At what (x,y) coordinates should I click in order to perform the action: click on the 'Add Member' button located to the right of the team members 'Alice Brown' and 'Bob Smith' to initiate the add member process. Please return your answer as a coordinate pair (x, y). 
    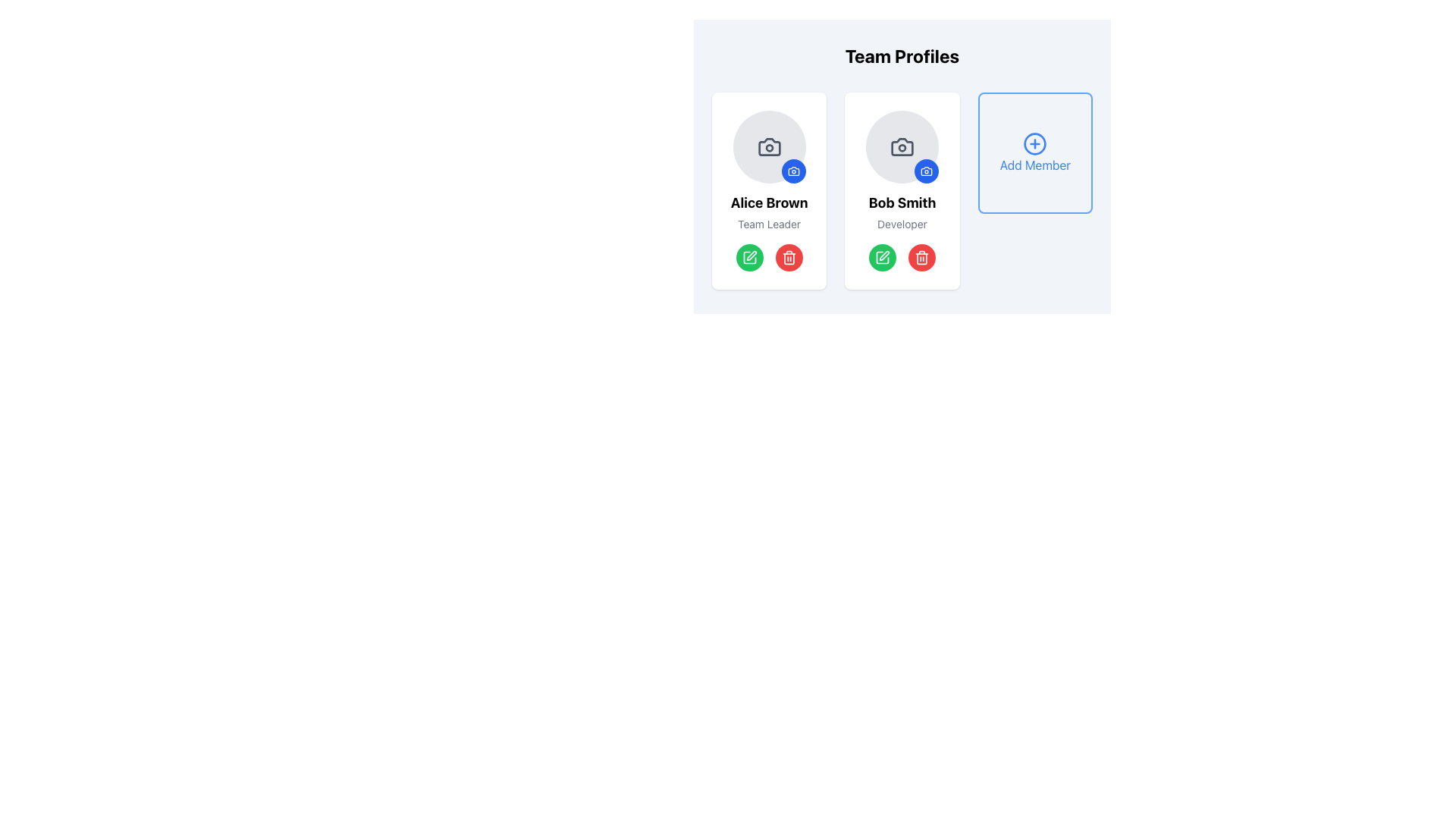
    Looking at the image, I should click on (1034, 152).